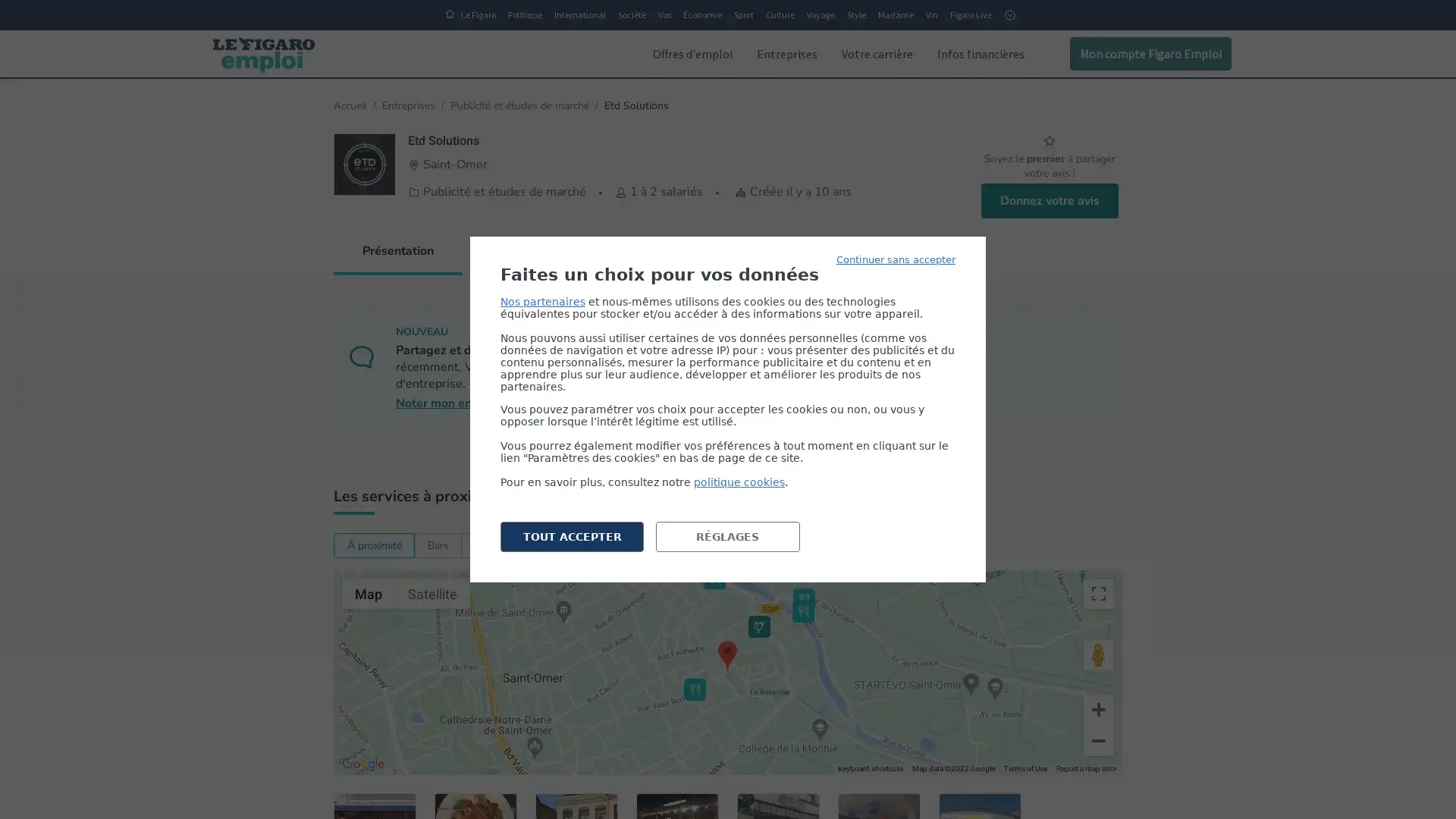  I want to click on Harmony, so click(812, 804).